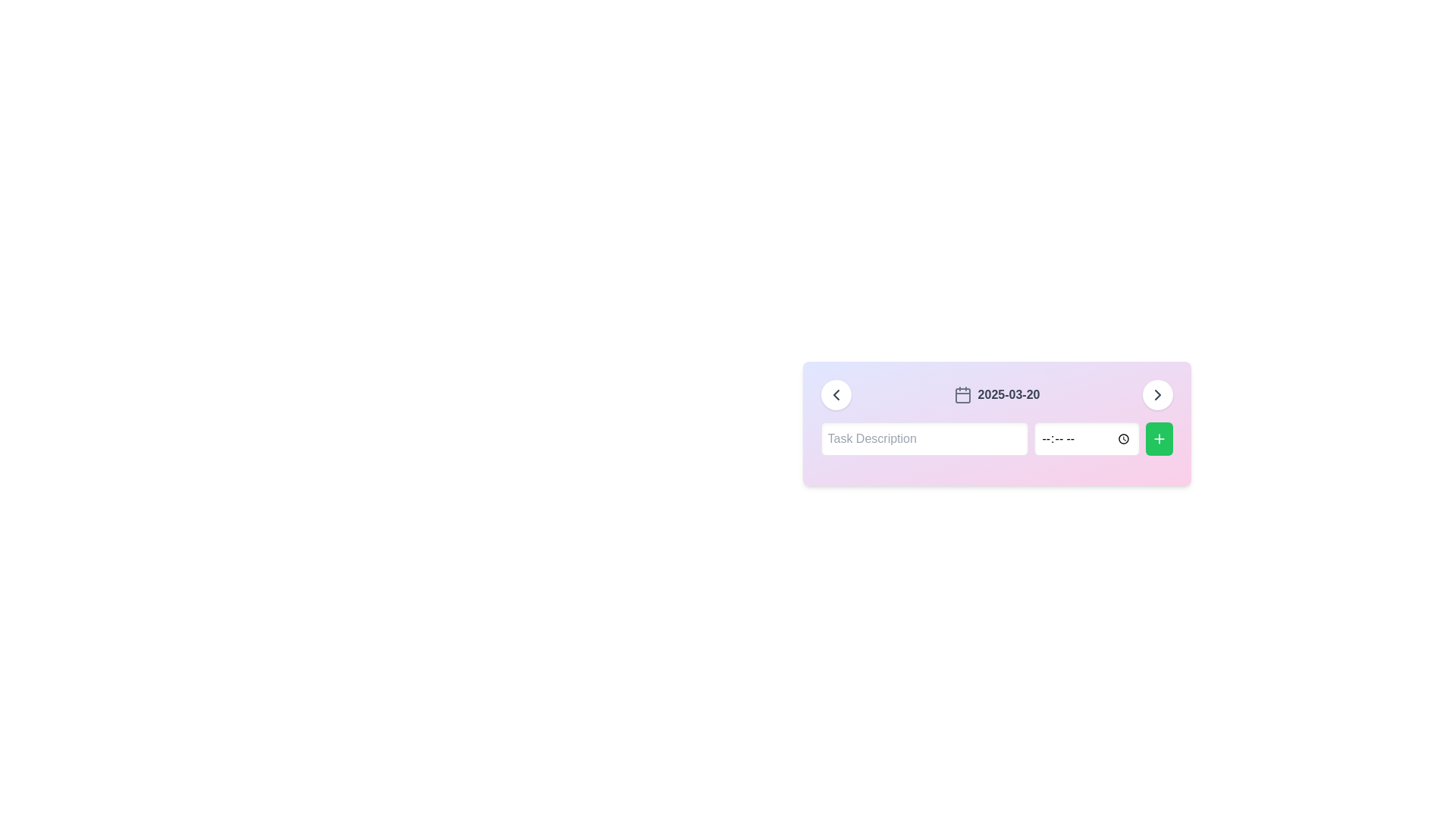 The height and width of the screenshot is (819, 1456). What do you see at coordinates (835, 394) in the screenshot?
I see `the circular button with a leftward-facing chevron icon` at bounding box center [835, 394].